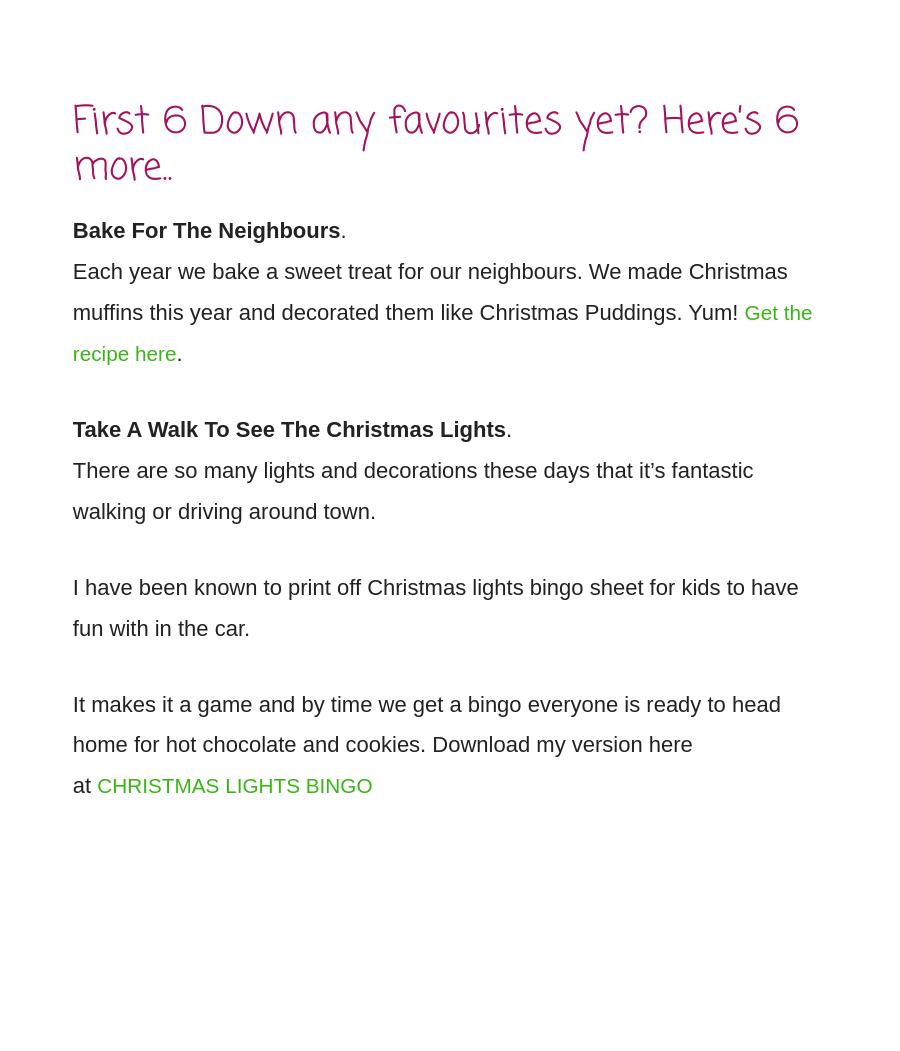 This screenshot has height=1051, width=900. I want to click on 'Each year we bake a sweet treat for our neighbours. We made Christmas muffins this year and decorated them like Christmas Puddings. Yum!', so click(429, 279).